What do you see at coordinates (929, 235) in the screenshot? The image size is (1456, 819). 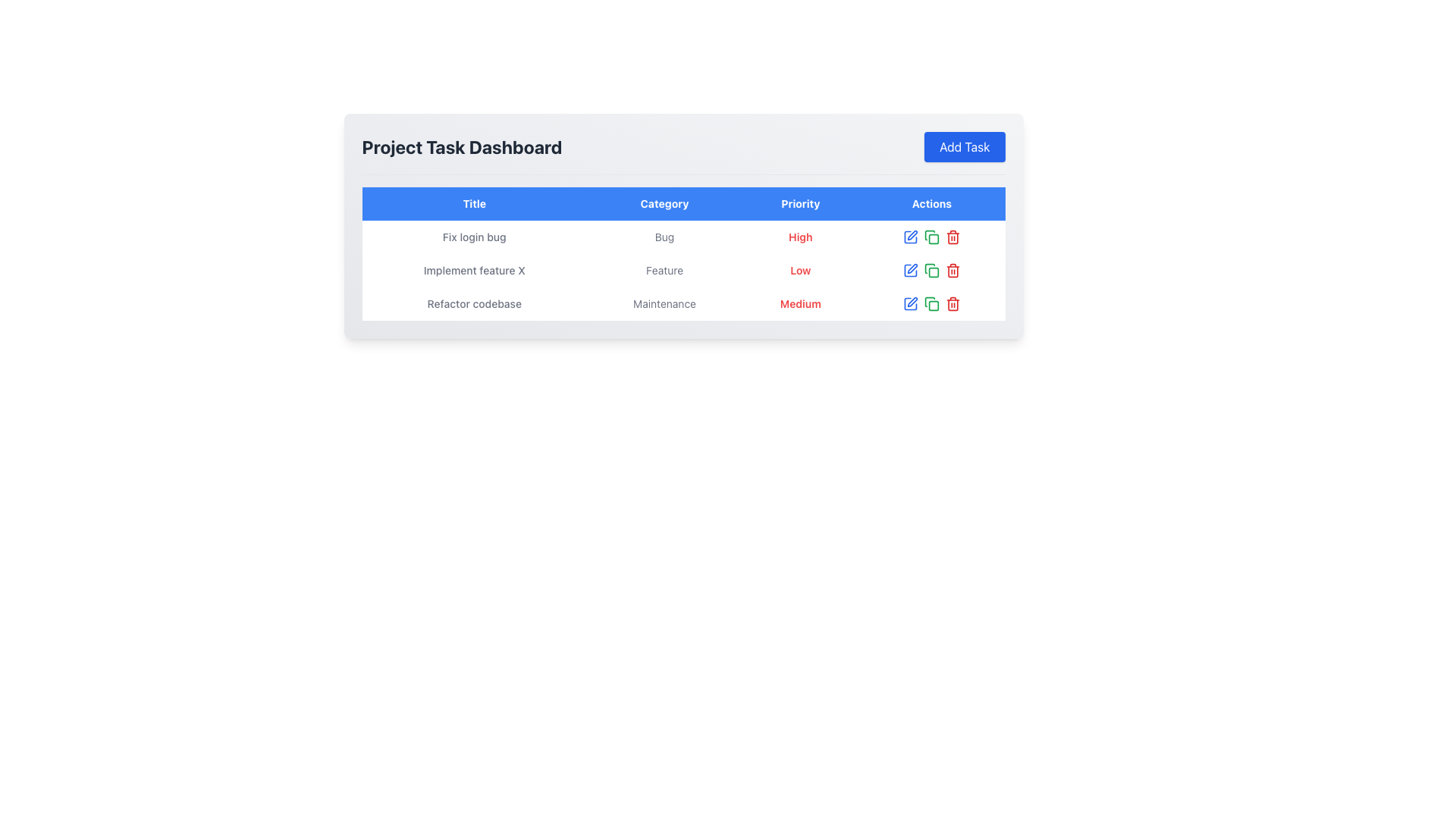 I see `the green duplicate action icon in the second row of the 'Actions' column` at bounding box center [929, 235].